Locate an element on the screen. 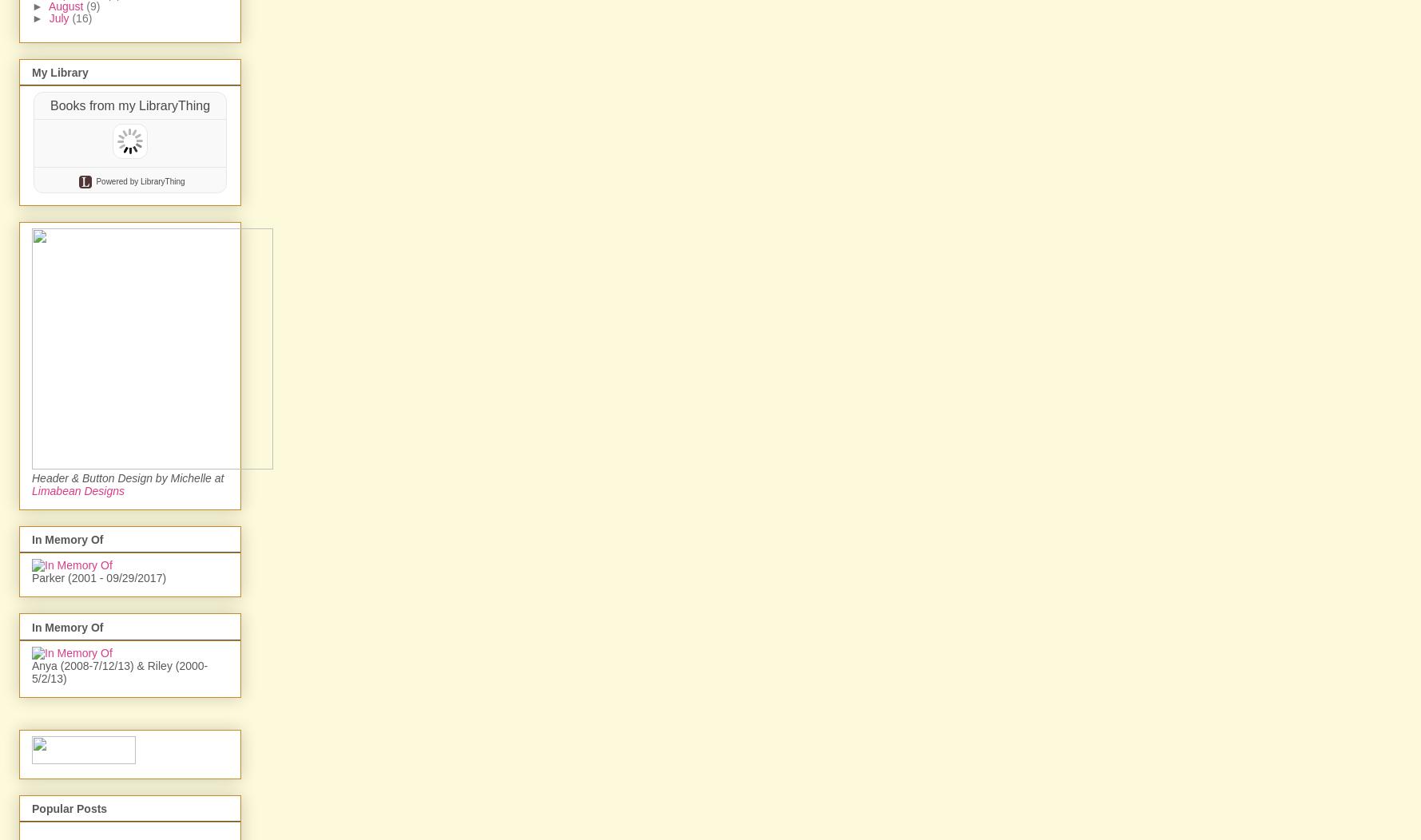 Image resolution: width=1421 pixels, height=840 pixels. 'Parker (2001 - 09/29/2017)' is located at coordinates (97, 749).